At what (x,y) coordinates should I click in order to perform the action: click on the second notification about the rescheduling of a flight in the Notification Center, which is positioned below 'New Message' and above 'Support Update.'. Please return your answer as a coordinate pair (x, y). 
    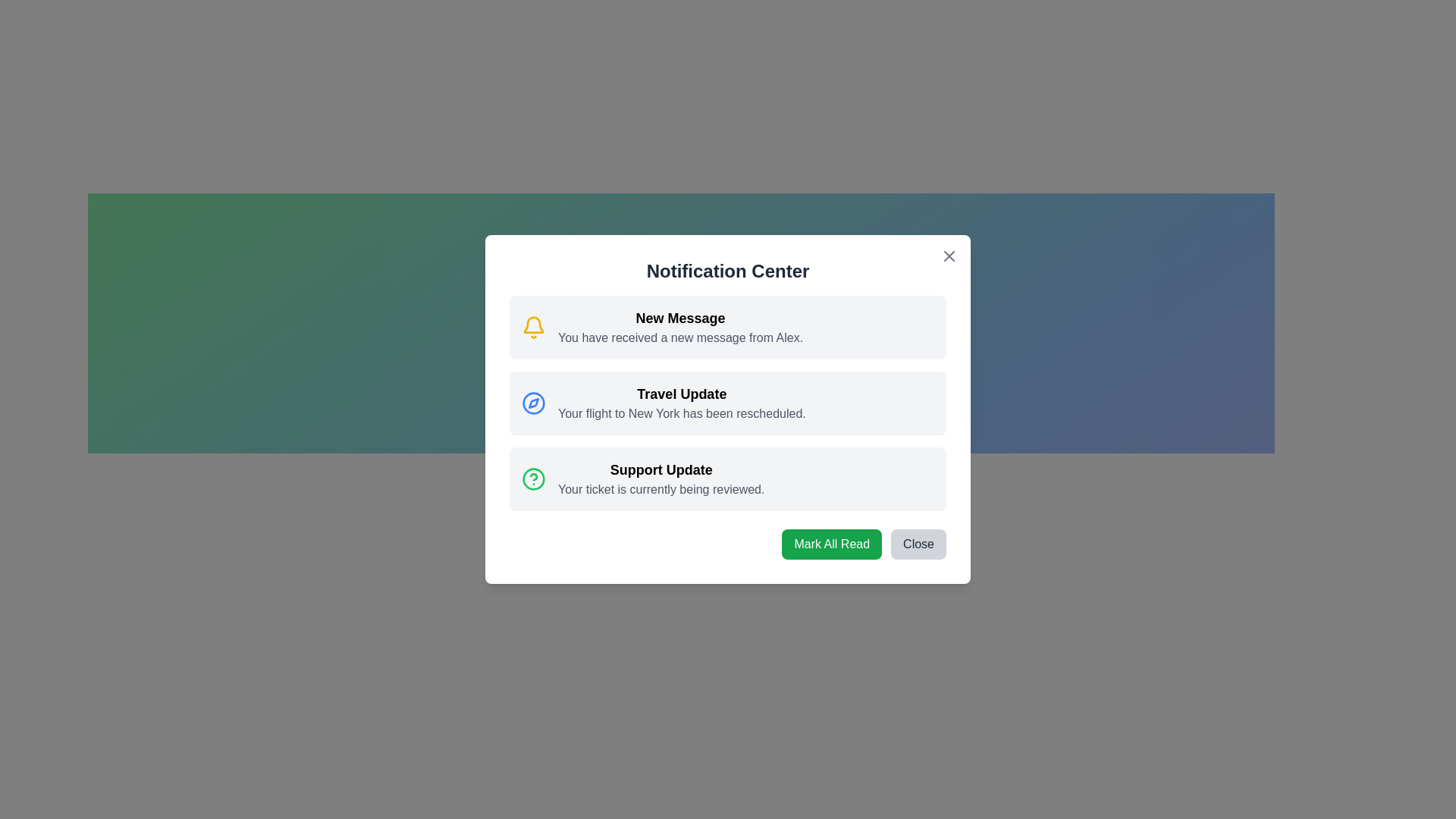
    Looking at the image, I should click on (728, 403).